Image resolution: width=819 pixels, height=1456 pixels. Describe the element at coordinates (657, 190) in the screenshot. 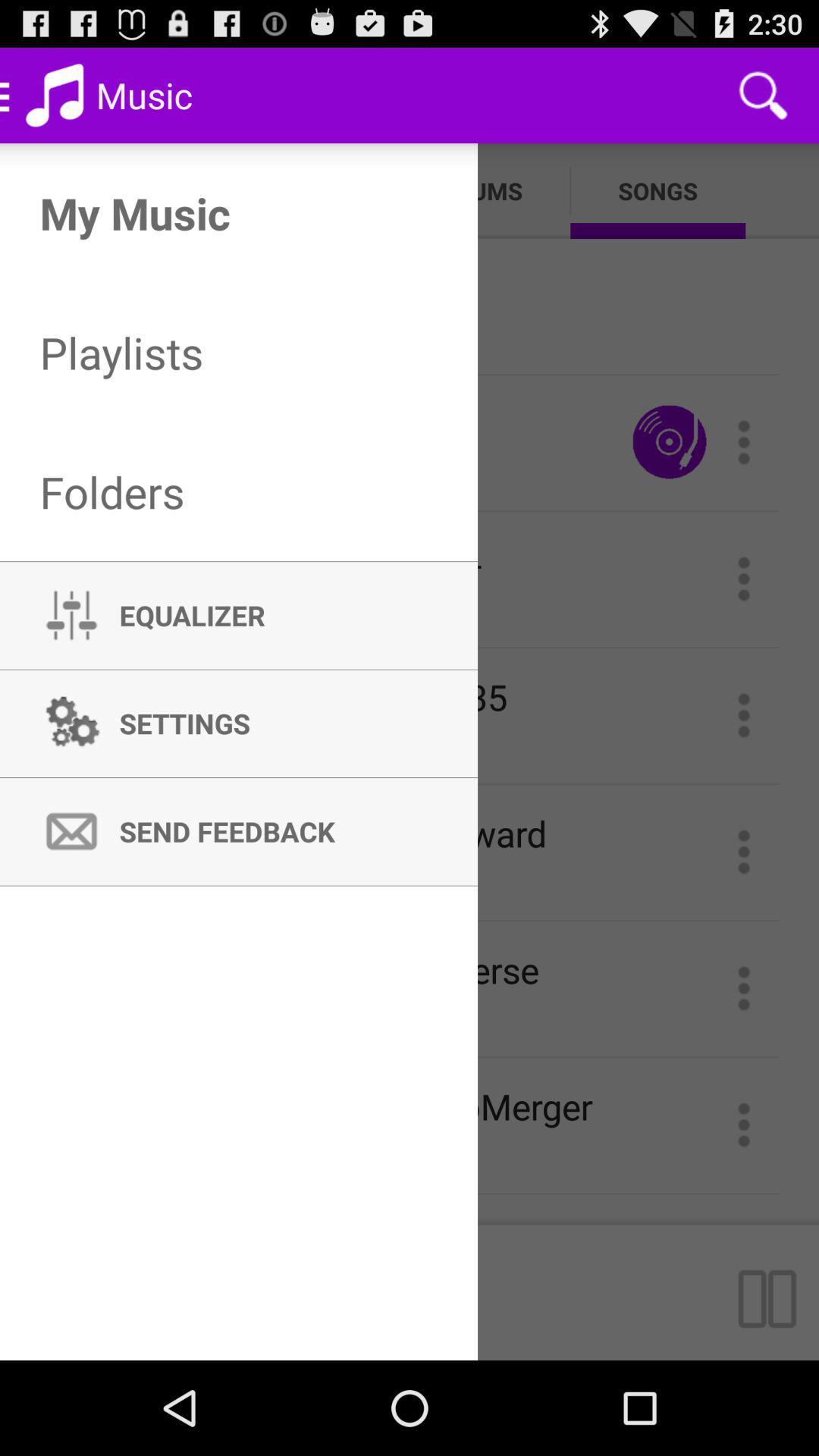

I see `the tab songs on the web page` at that location.